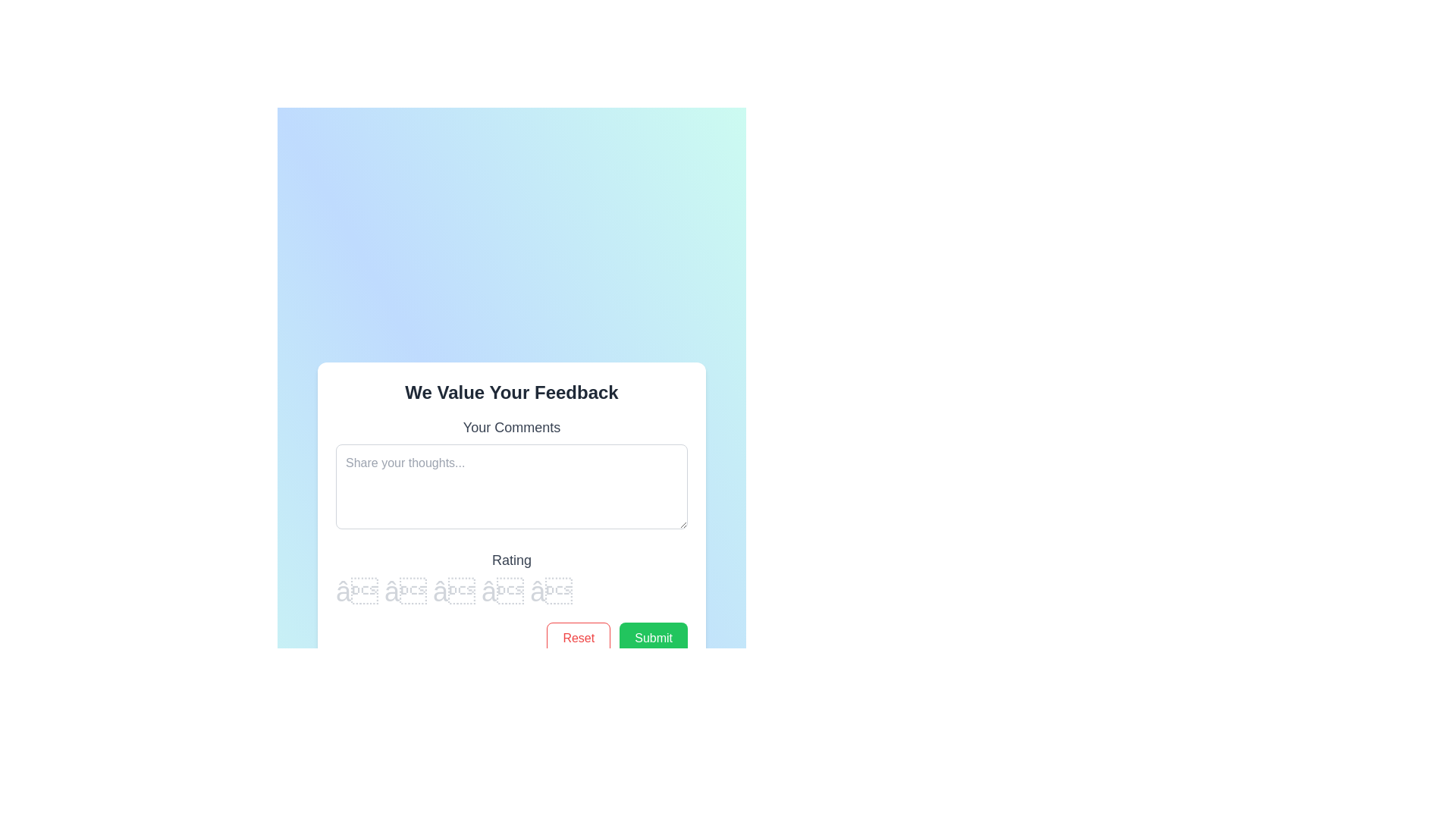  What do you see at coordinates (512, 578) in the screenshot?
I see `the third star in the Rating star interface` at bounding box center [512, 578].